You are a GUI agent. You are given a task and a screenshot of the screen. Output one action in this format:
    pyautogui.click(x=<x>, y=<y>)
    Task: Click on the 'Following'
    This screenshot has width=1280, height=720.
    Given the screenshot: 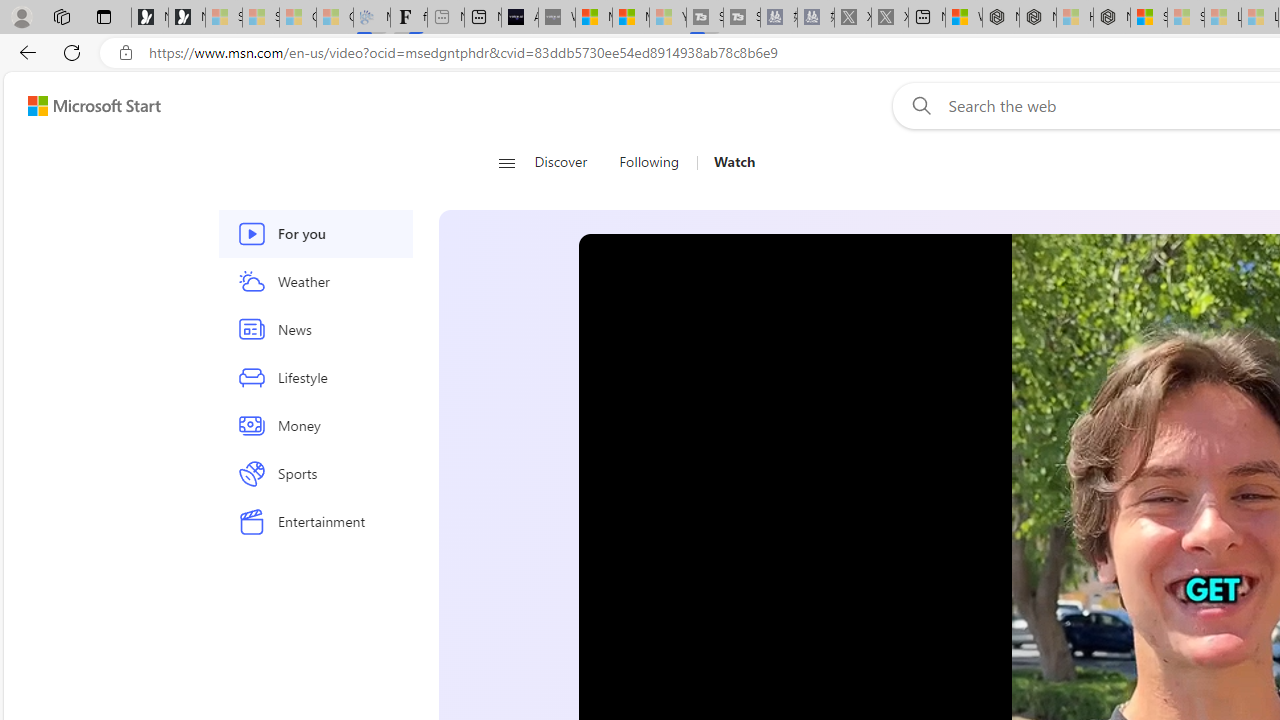 What is the action you would take?
    pyautogui.click(x=648, y=162)
    